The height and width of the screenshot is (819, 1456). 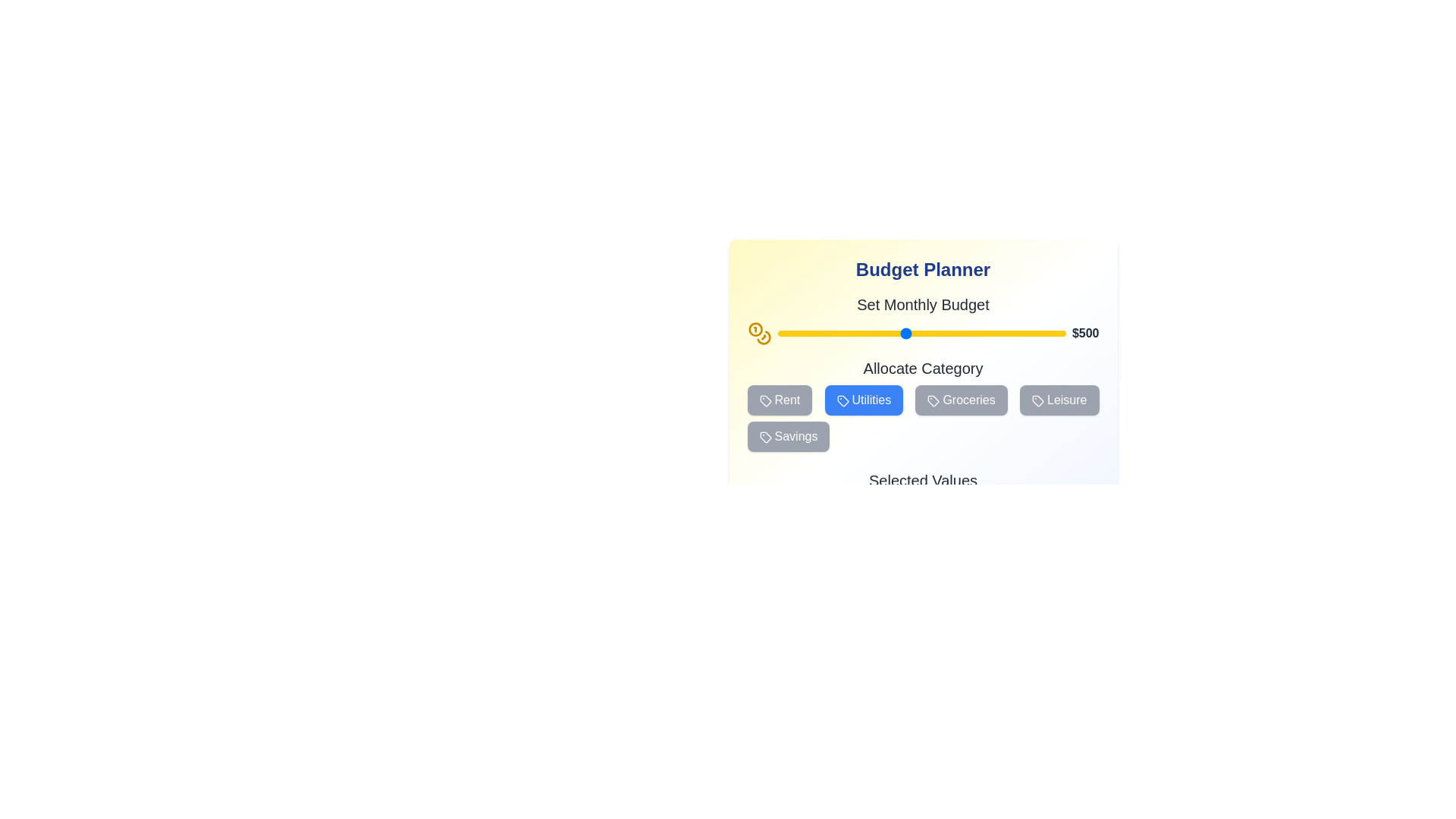 I want to click on the monthly budget, so click(x=1046, y=332).